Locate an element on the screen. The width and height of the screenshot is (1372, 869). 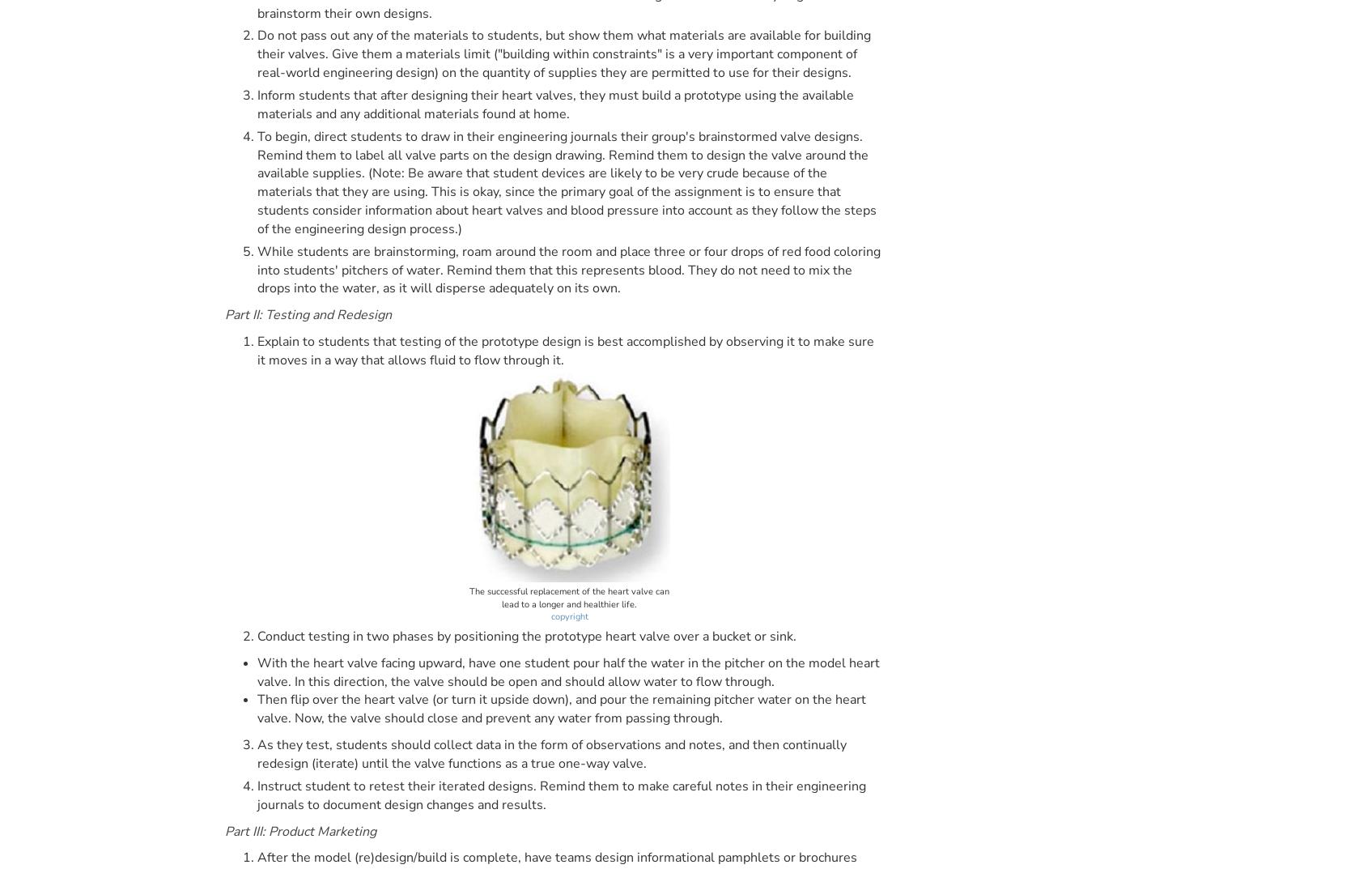
'Explain to students that testing of the prototype design is best accomplished by observing it to make sure it moves in a way that allows fluid to flow through it.' is located at coordinates (256, 350).